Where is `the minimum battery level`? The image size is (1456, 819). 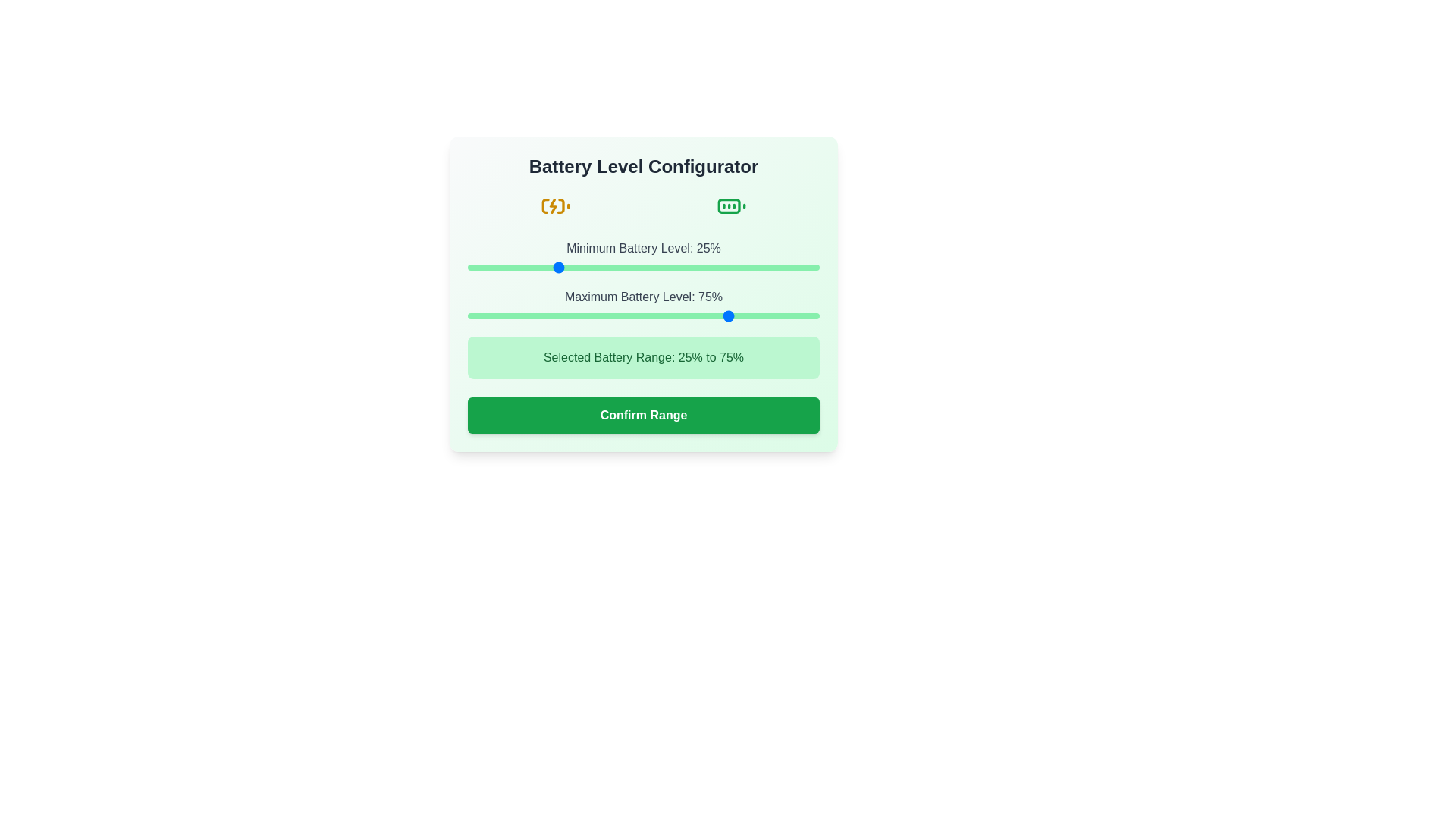 the minimum battery level is located at coordinates (777, 267).